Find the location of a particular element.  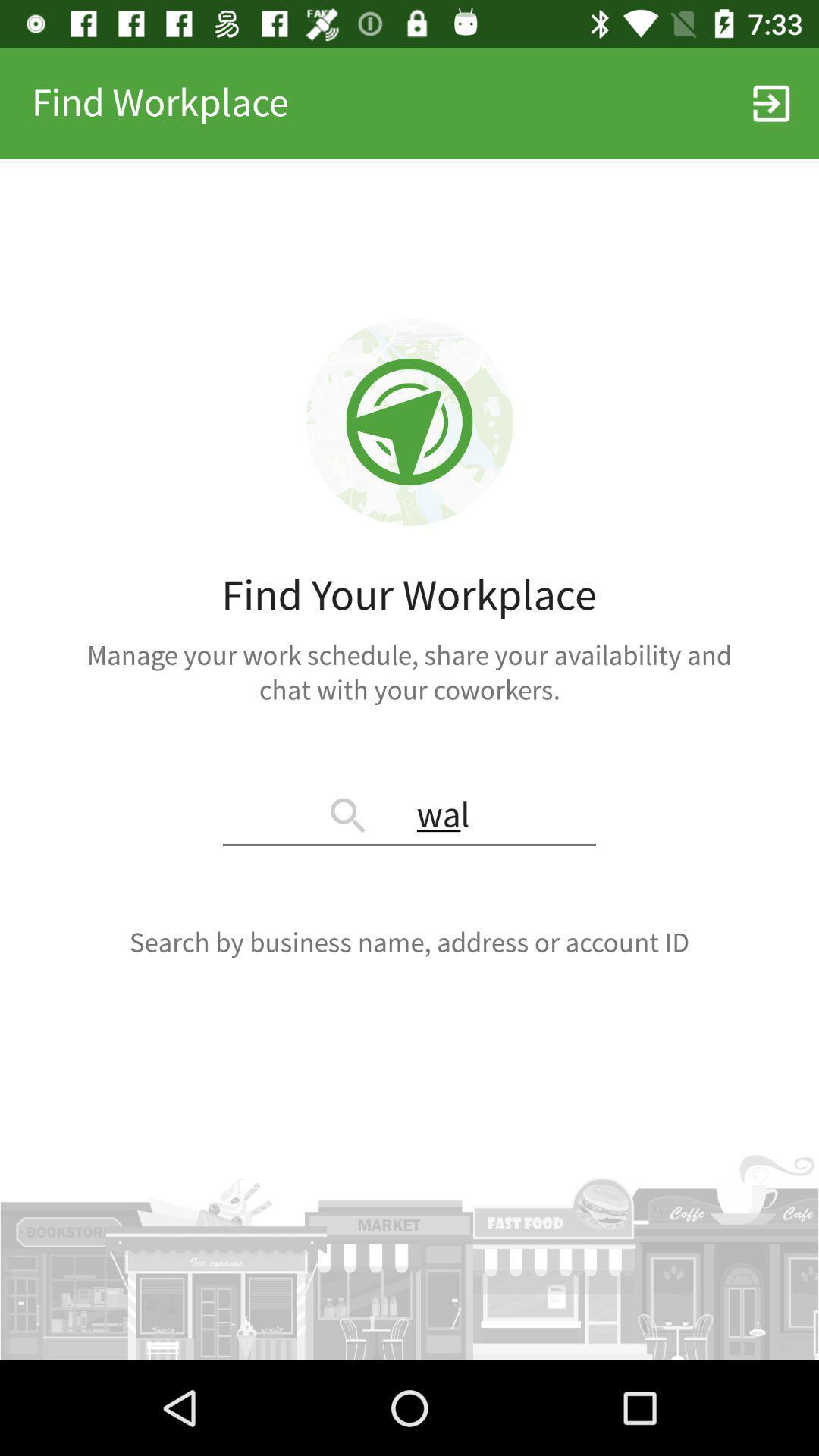

item next to find workplace is located at coordinates (771, 102).